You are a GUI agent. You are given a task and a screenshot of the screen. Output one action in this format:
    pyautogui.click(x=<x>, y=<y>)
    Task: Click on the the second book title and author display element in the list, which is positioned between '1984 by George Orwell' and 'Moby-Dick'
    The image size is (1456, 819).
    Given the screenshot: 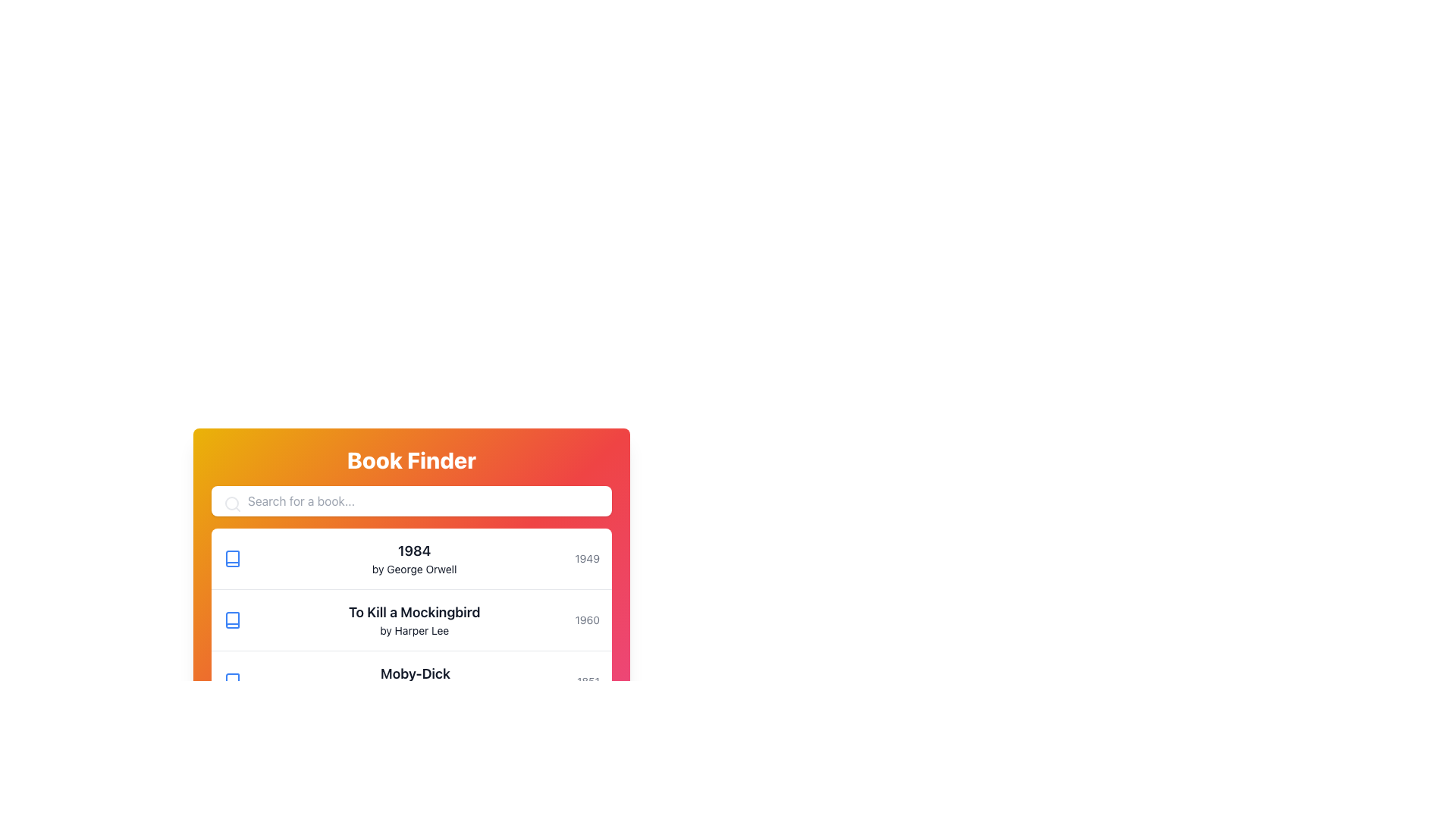 What is the action you would take?
    pyautogui.click(x=414, y=620)
    